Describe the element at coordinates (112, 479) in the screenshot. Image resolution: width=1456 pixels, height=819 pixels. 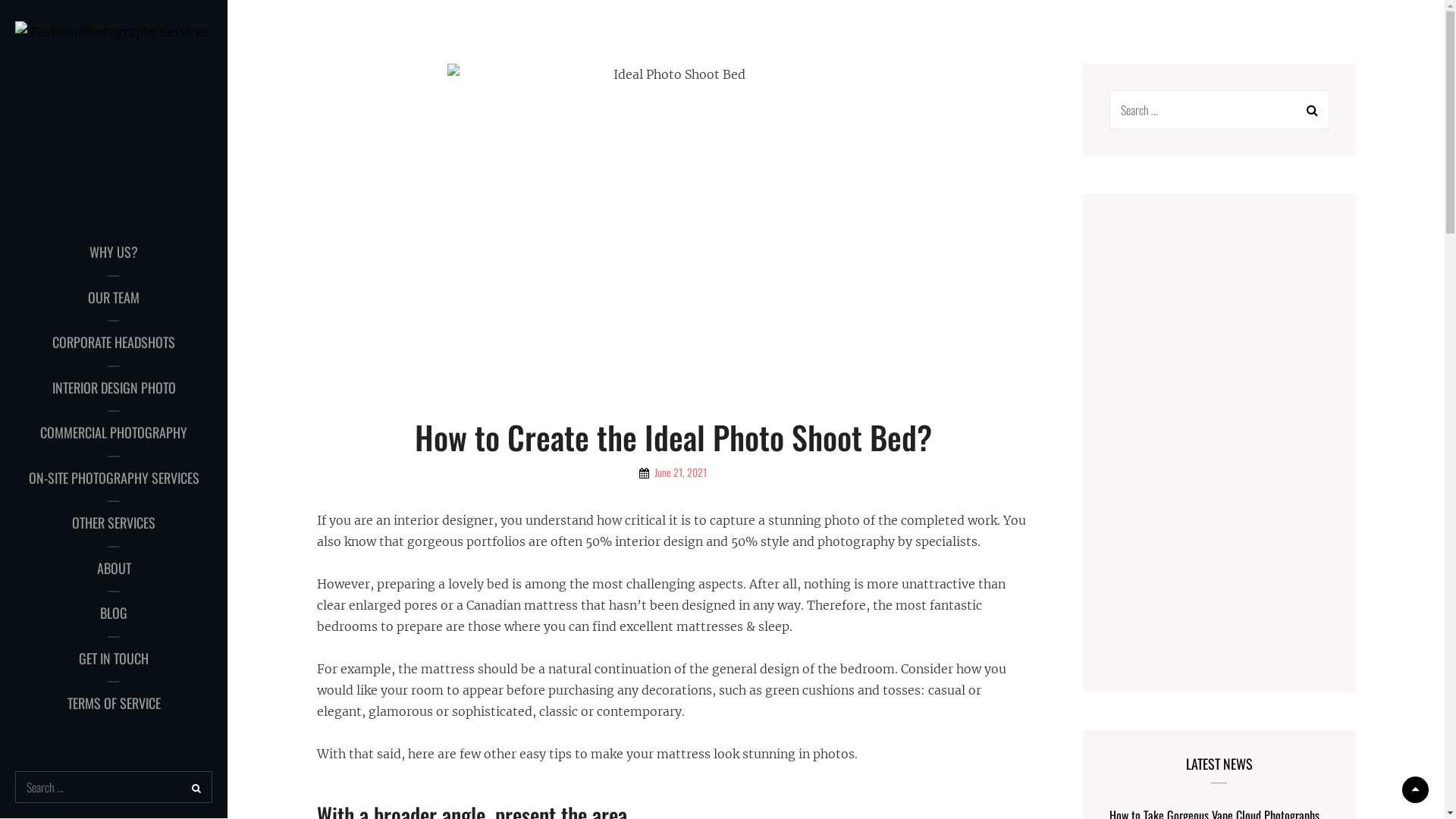
I see `'ON-SITE PHOTOGRAPHY SERVICES'` at that location.